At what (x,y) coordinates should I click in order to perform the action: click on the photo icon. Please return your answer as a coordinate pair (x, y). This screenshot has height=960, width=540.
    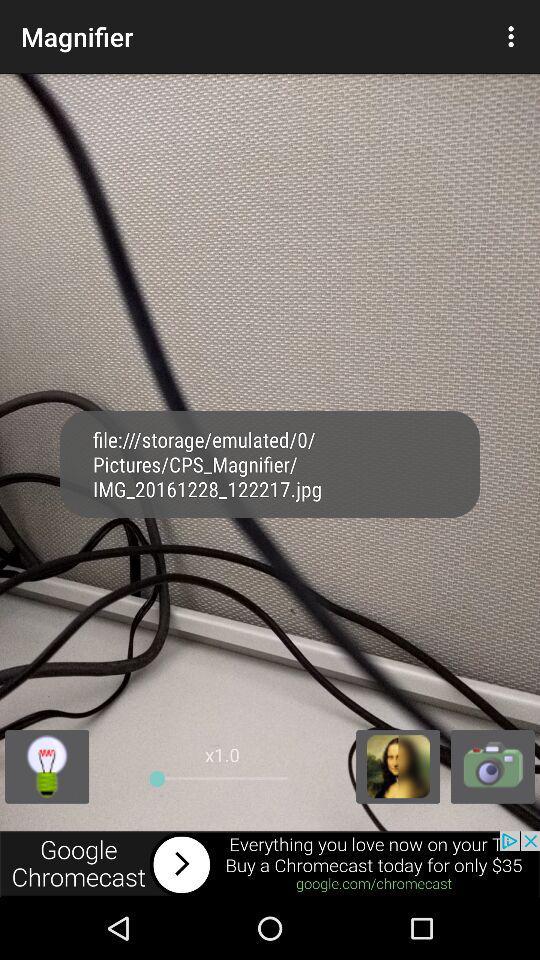
    Looking at the image, I should click on (491, 820).